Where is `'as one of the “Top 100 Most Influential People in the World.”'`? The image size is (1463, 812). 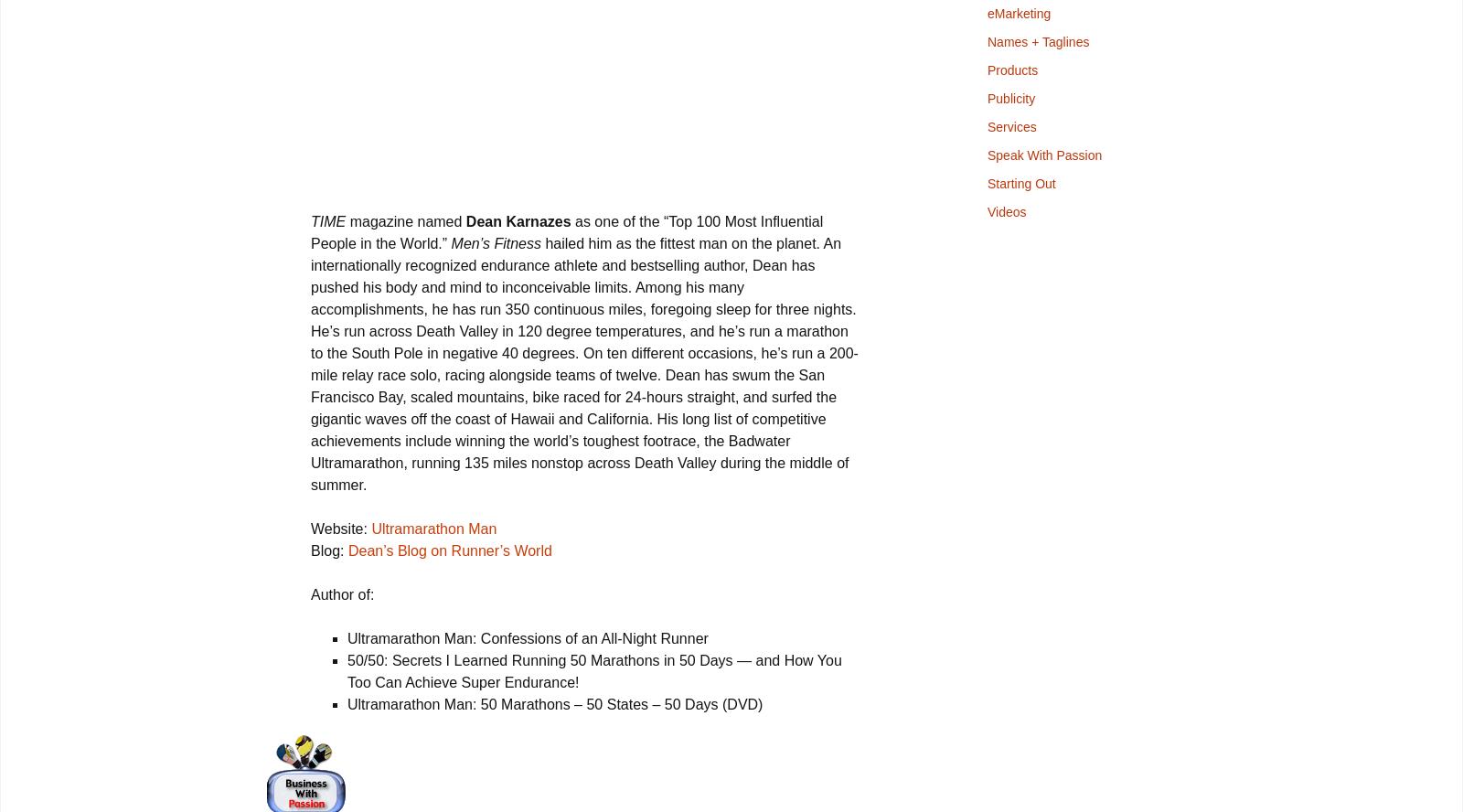
'as one of the “Top 100 Most Influential People in the World.”' is located at coordinates (567, 232).